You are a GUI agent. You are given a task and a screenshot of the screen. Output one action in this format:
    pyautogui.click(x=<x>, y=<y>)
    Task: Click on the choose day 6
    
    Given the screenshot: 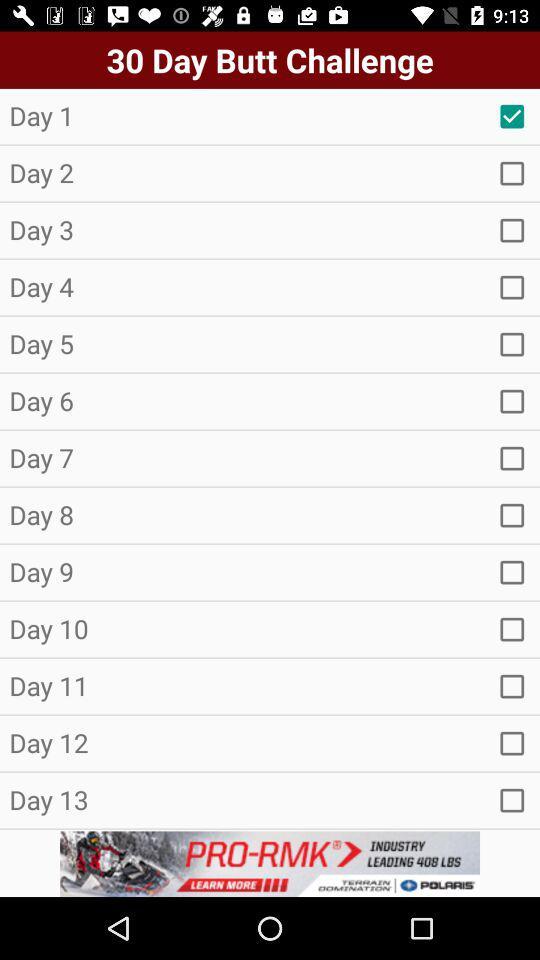 What is the action you would take?
    pyautogui.click(x=512, y=400)
    